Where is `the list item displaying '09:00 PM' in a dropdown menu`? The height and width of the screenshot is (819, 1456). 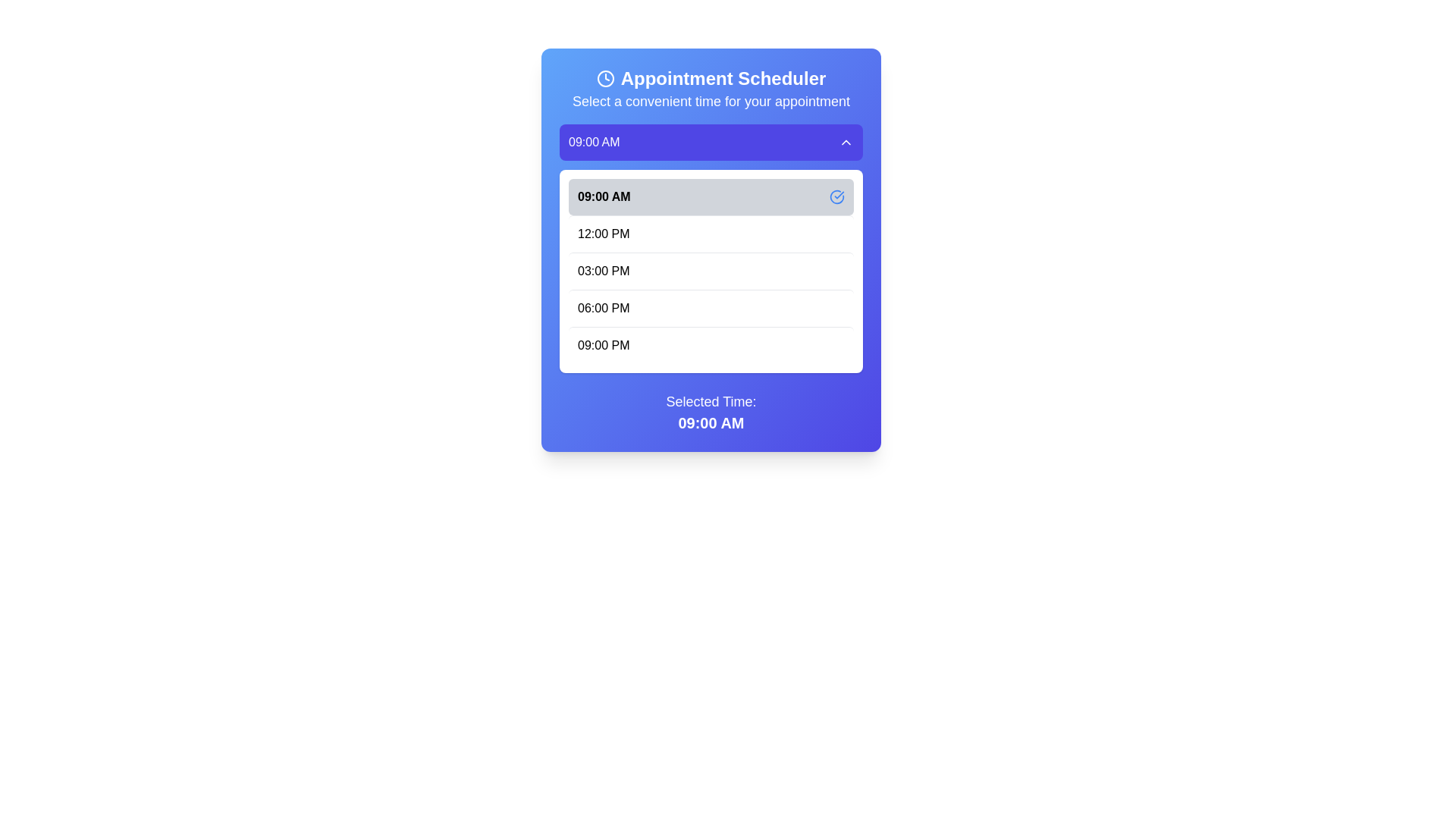
the list item displaying '09:00 PM' in a dropdown menu is located at coordinates (710, 345).